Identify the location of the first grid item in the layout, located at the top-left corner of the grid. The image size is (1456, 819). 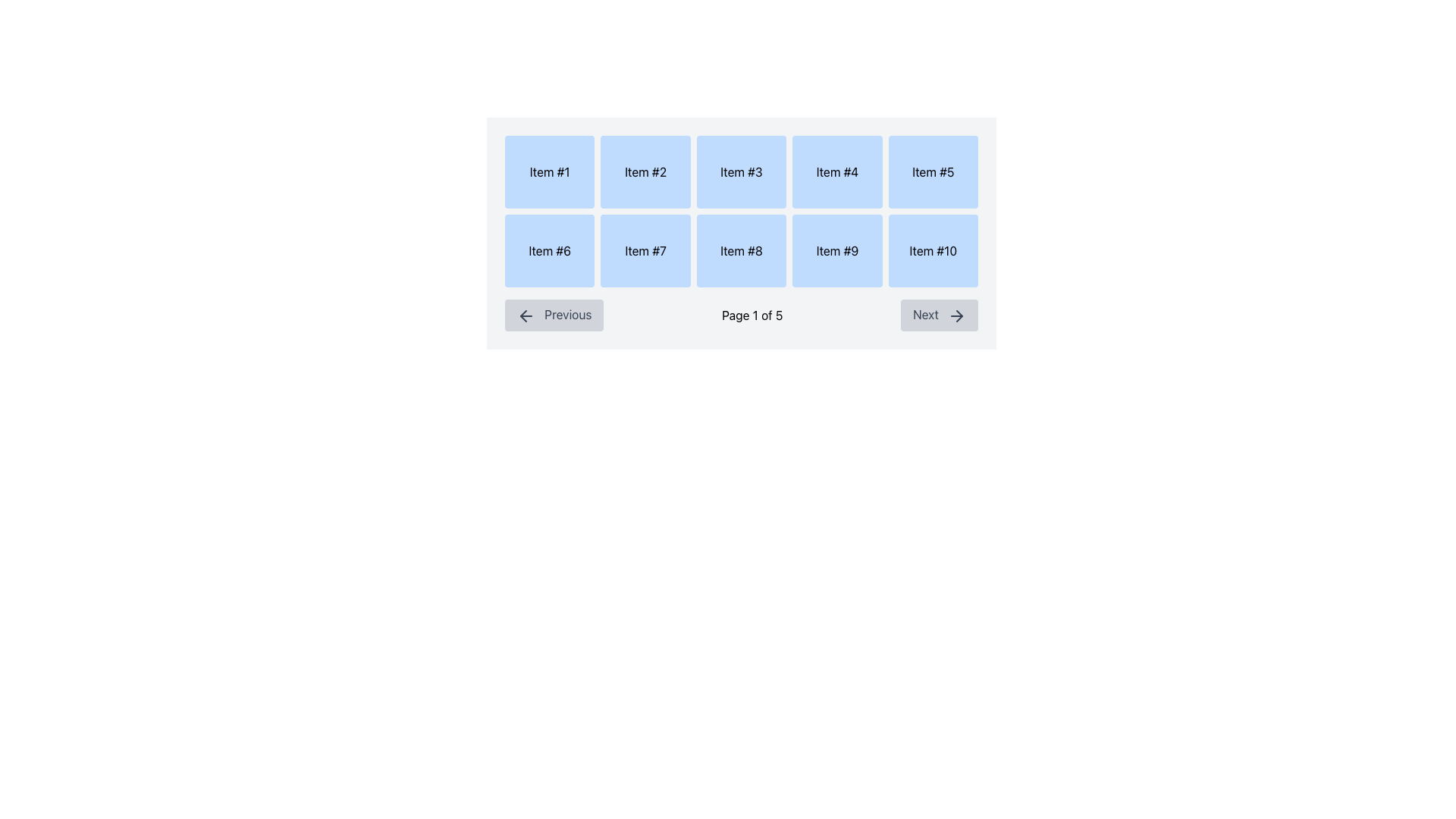
(549, 171).